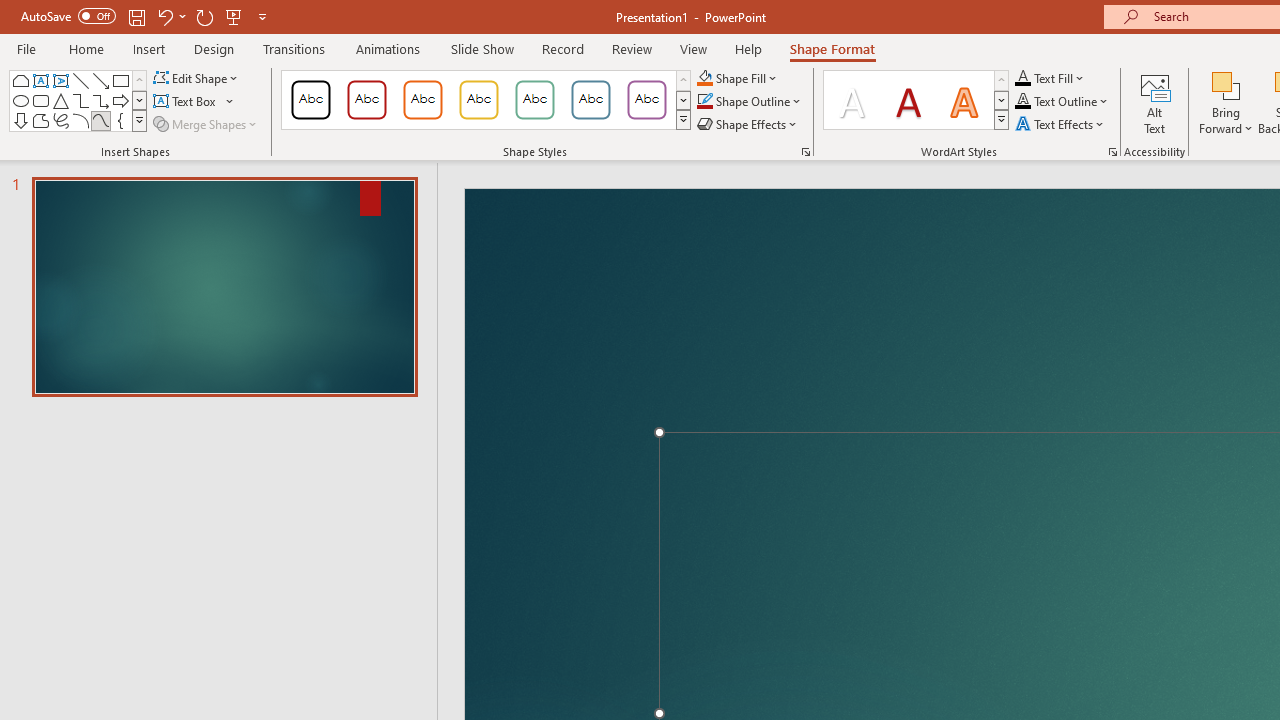 This screenshot has height=720, width=1280. I want to click on 'Isosceles Triangle', so click(60, 100).